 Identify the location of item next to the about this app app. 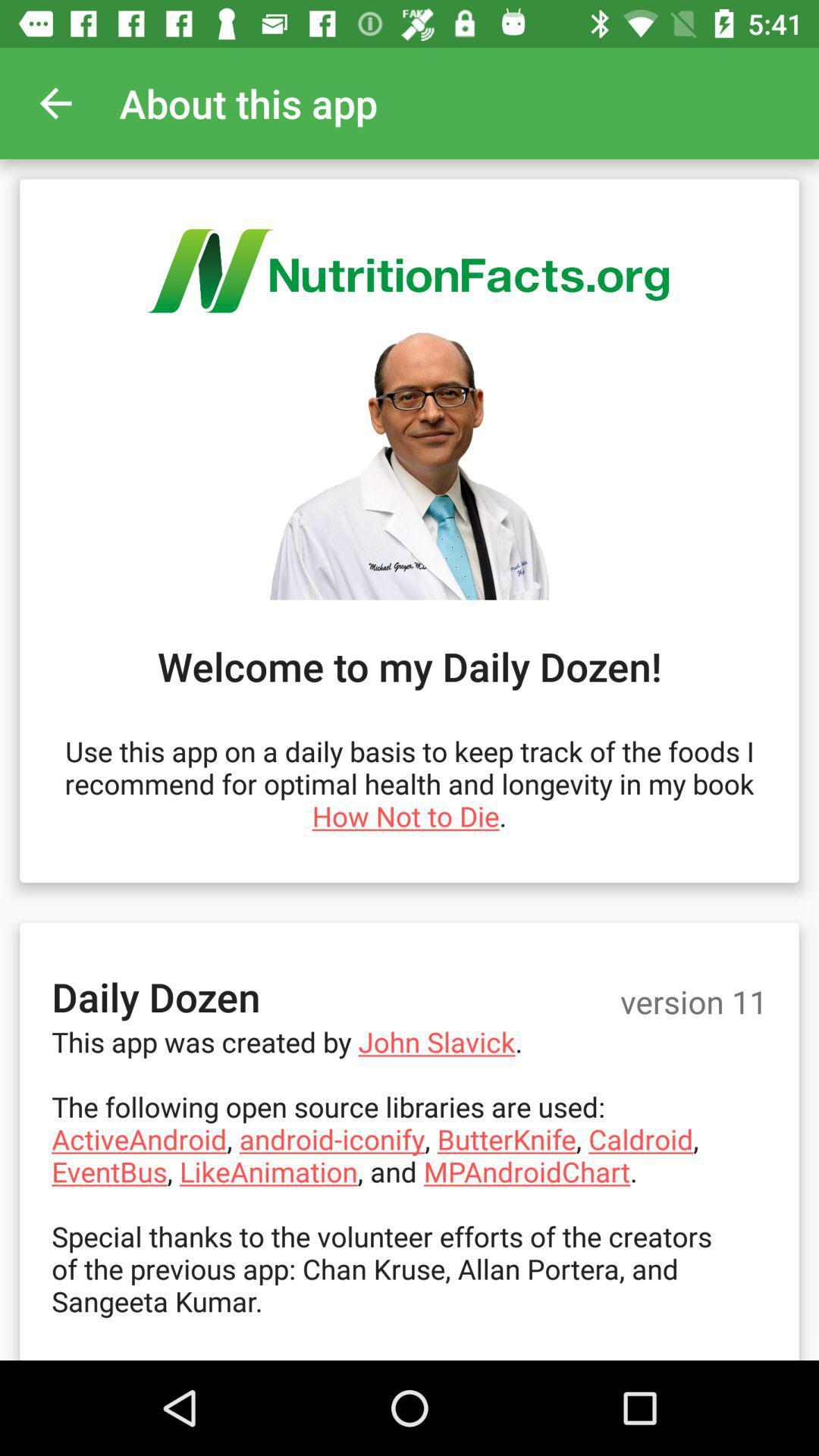
(55, 102).